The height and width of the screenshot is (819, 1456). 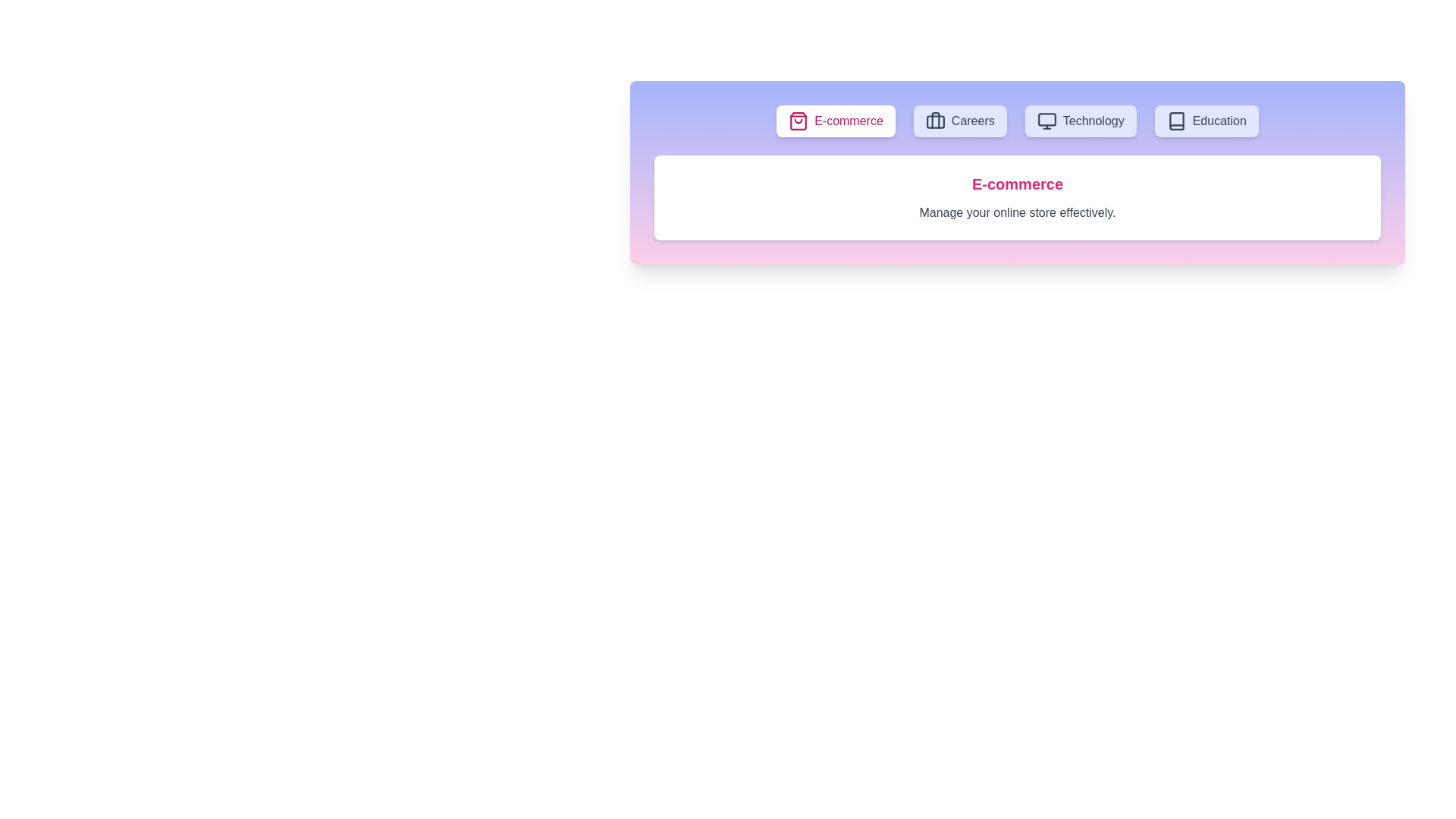 What do you see at coordinates (1205, 120) in the screenshot?
I see `the Education tab` at bounding box center [1205, 120].